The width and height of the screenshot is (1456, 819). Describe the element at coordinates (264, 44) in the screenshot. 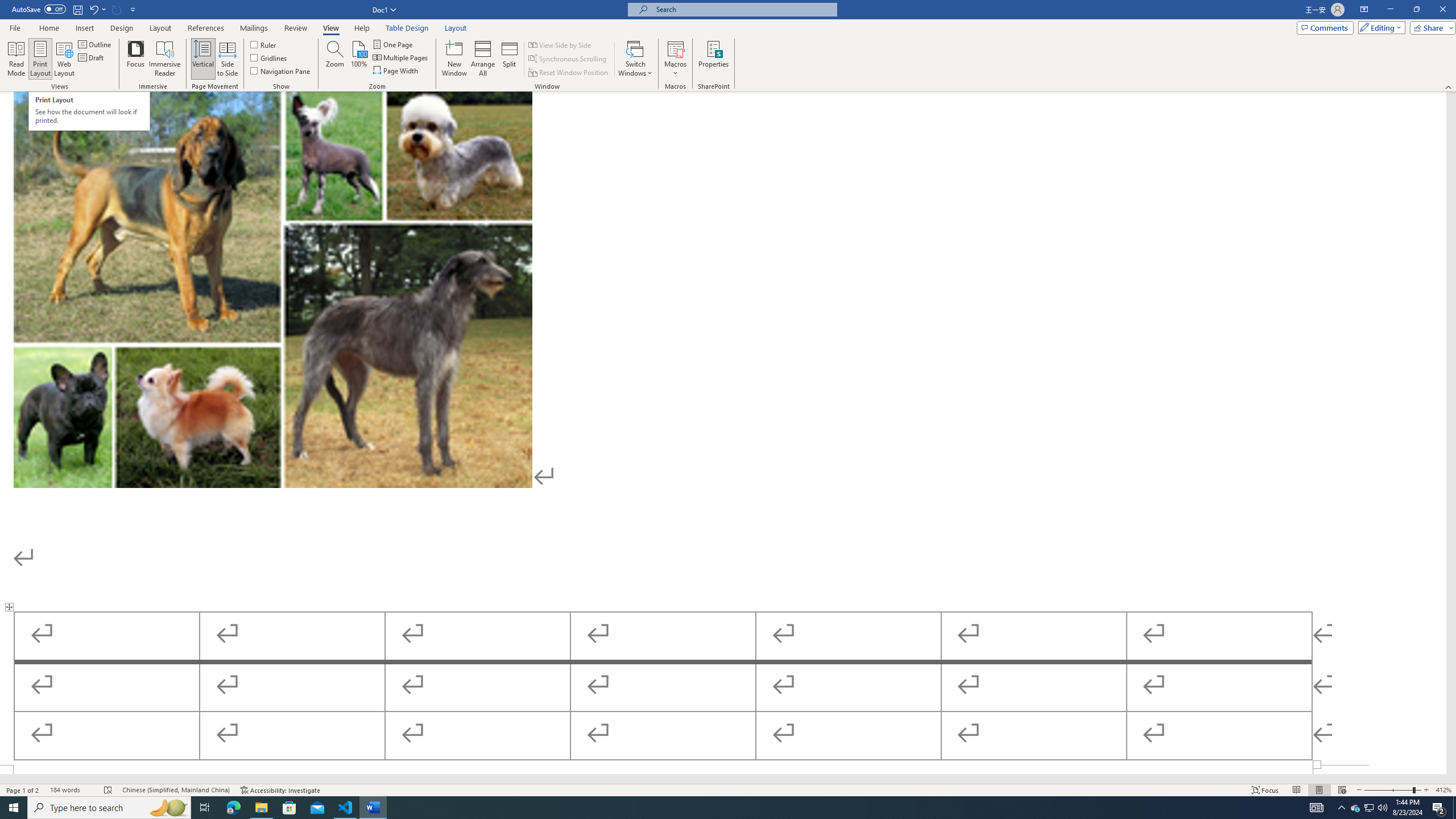

I see `'Ruler'` at that location.